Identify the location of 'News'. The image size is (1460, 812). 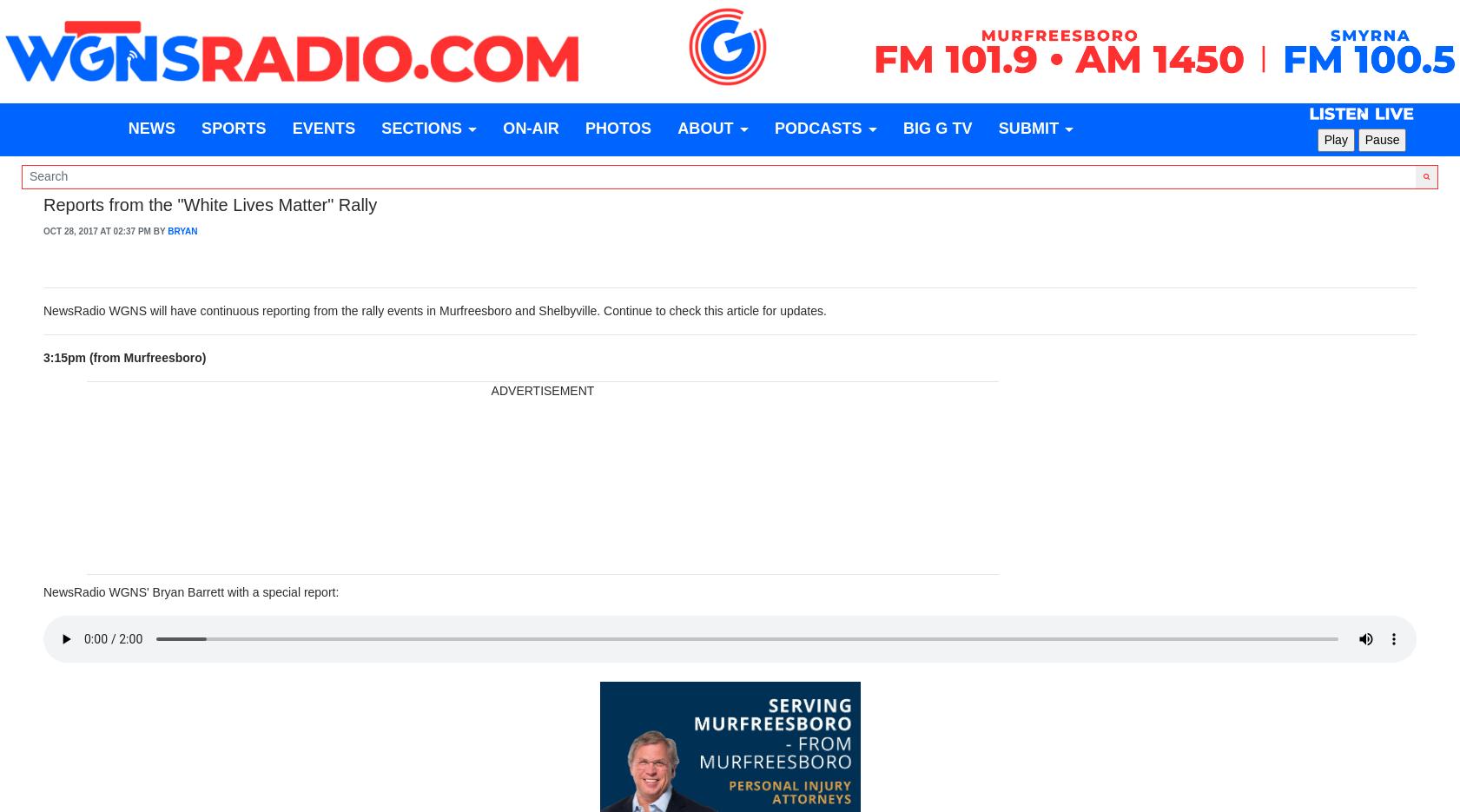
(126, 129).